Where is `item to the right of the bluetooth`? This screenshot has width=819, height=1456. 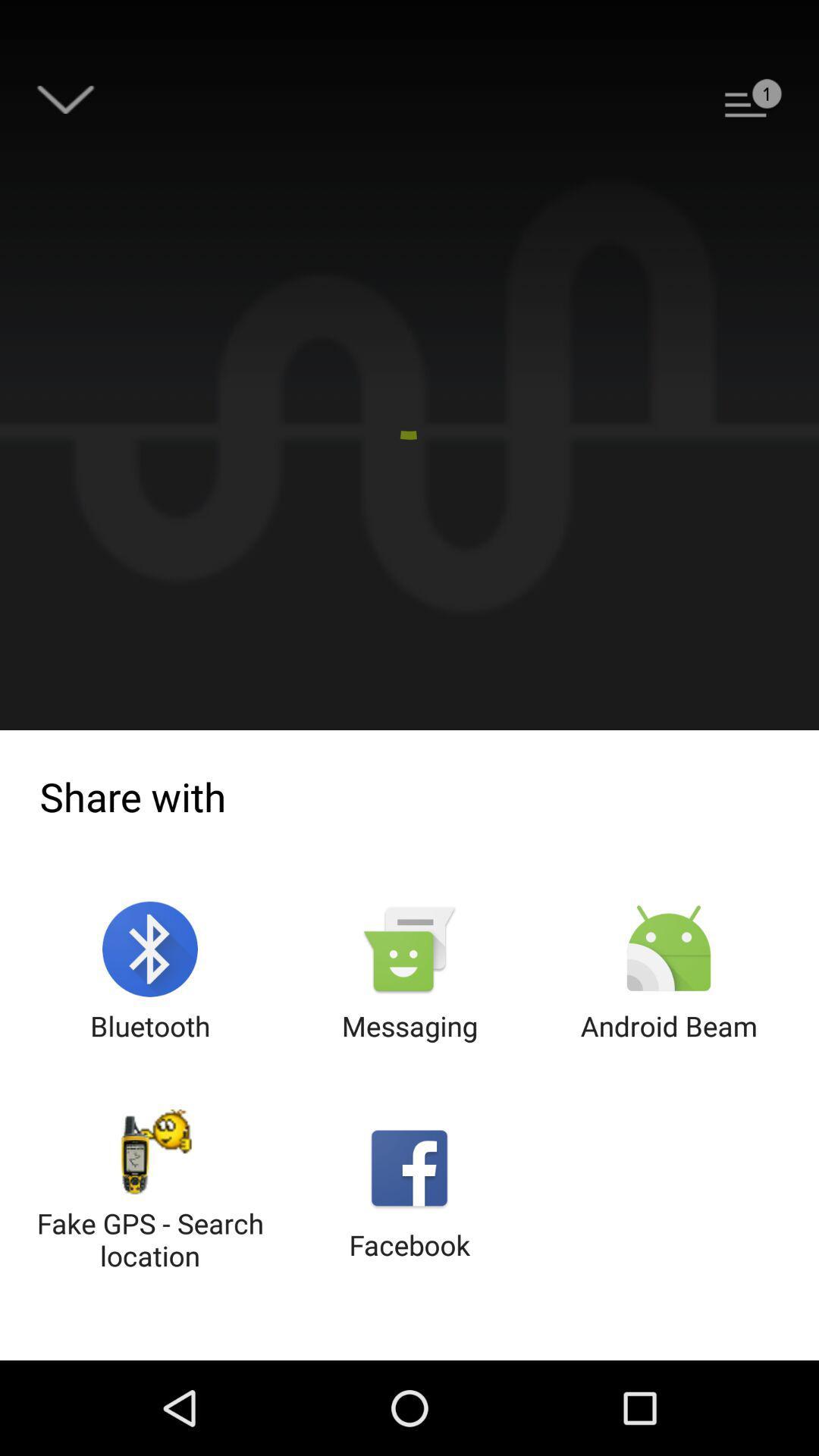
item to the right of the bluetooth is located at coordinates (409, 973).